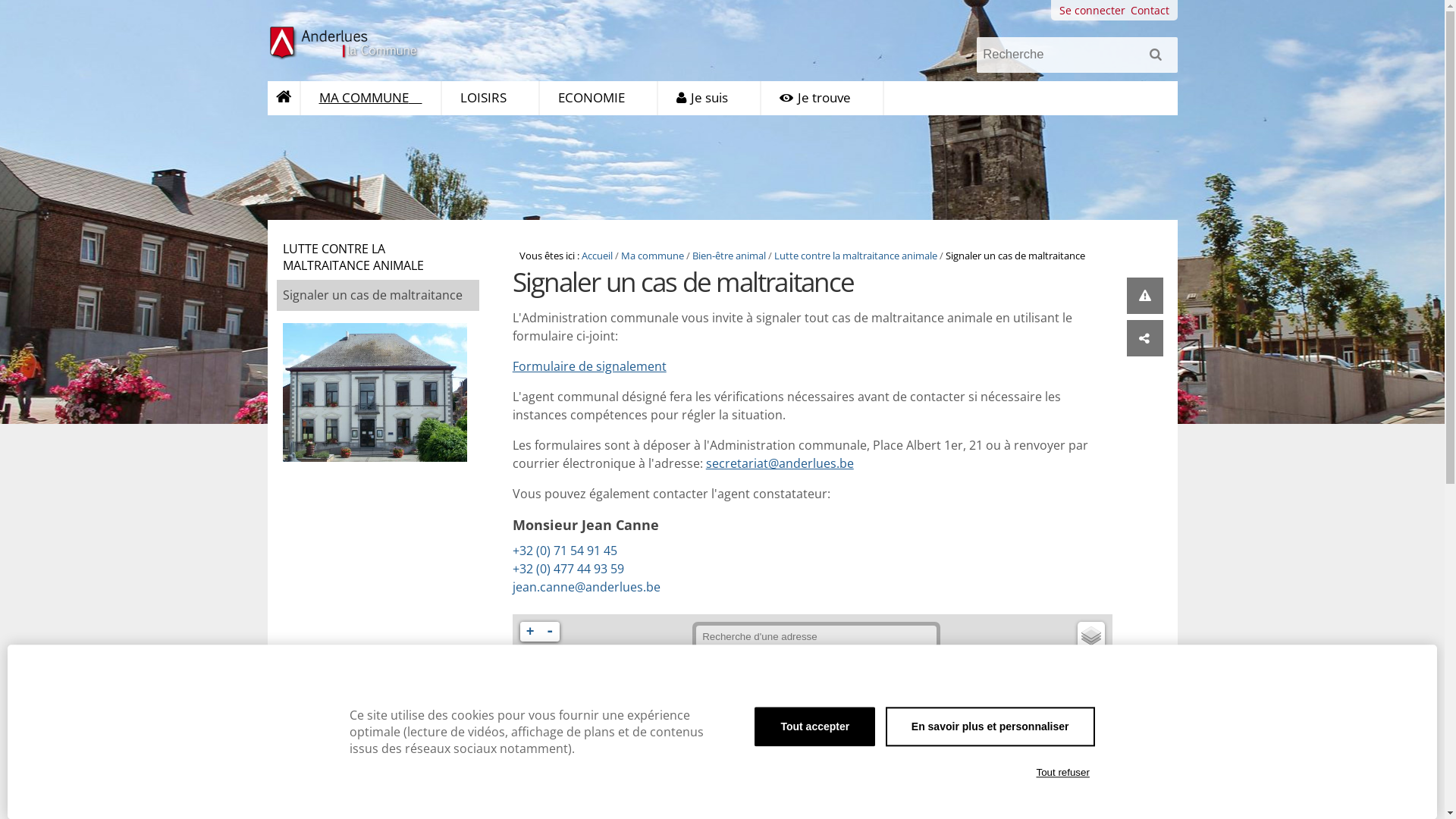  What do you see at coordinates (378, 295) in the screenshot?
I see `'Signaler un cas de maltraitance'` at bounding box center [378, 295].